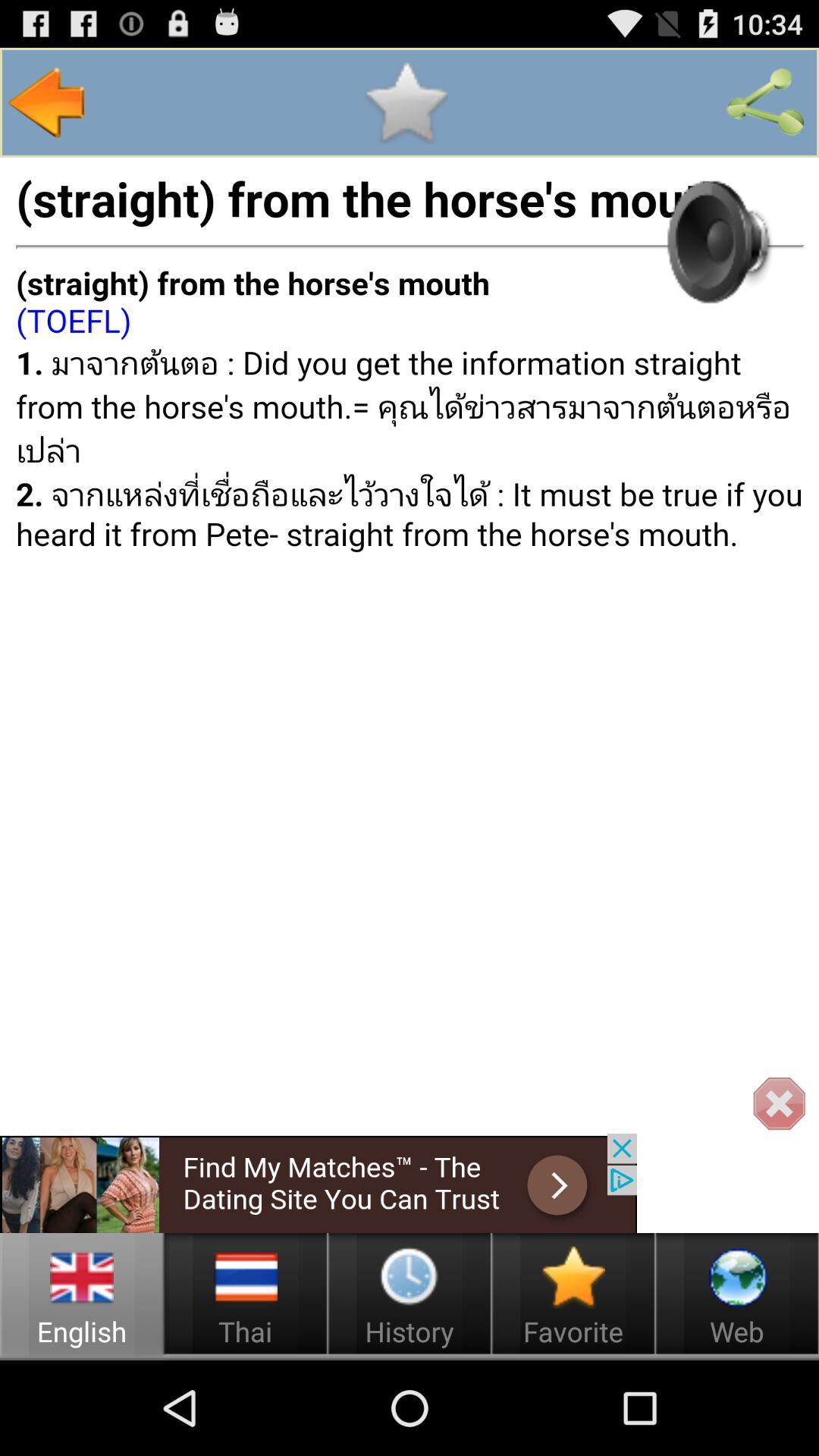 This screenshot has width=819, height=1456. What do you see at coordinates (779, 1104) in the screenshot?
I see `bottom right x icon` at bounding box center [779, 1104].